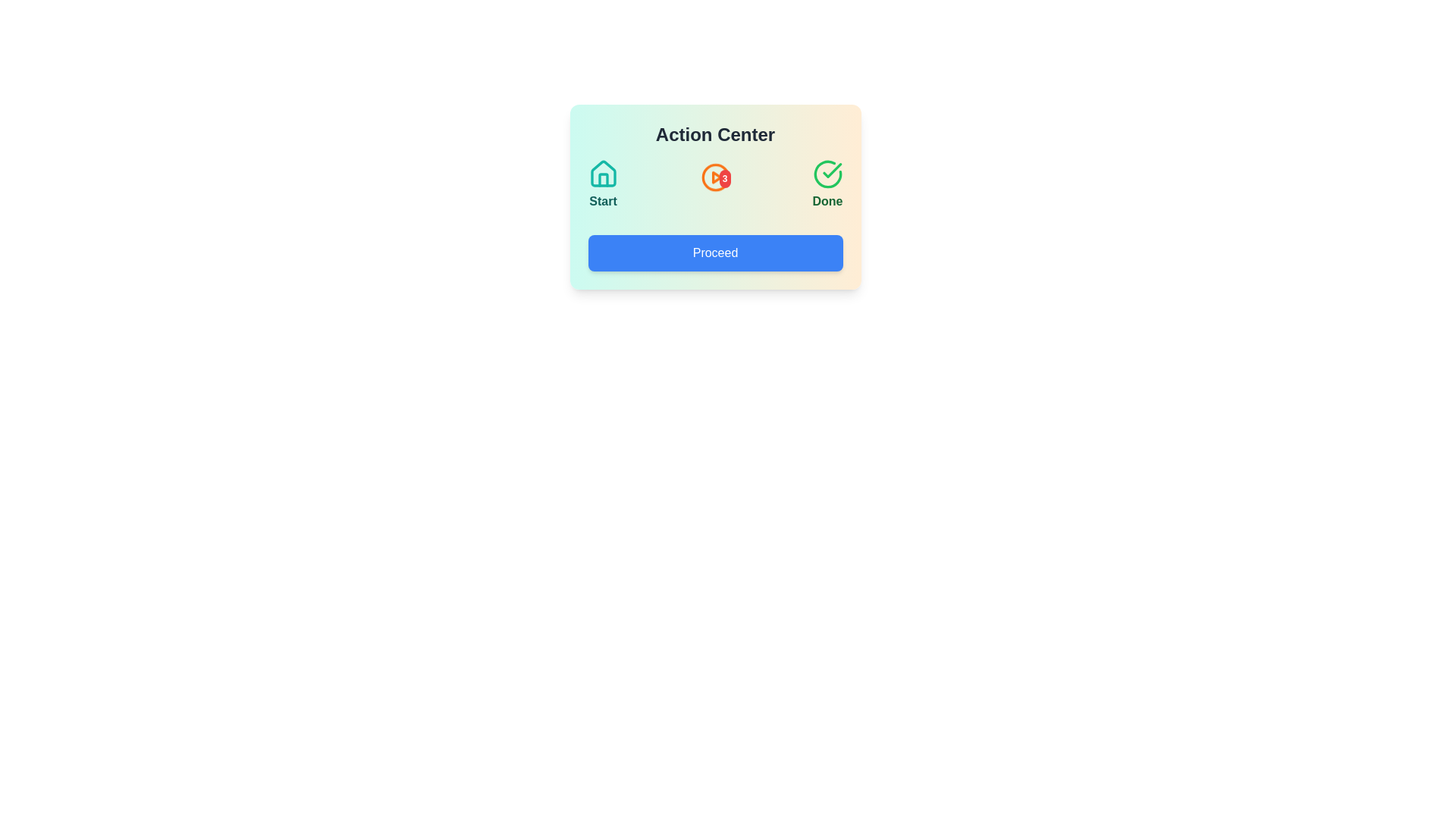  What do you see at coordinates (714, 253) in the screenshot?
I see `the blue rectangular button labeled 'Proceed' located at the bottom center of the 'Action Center' card to proceed` at bounding box center [714, 253].